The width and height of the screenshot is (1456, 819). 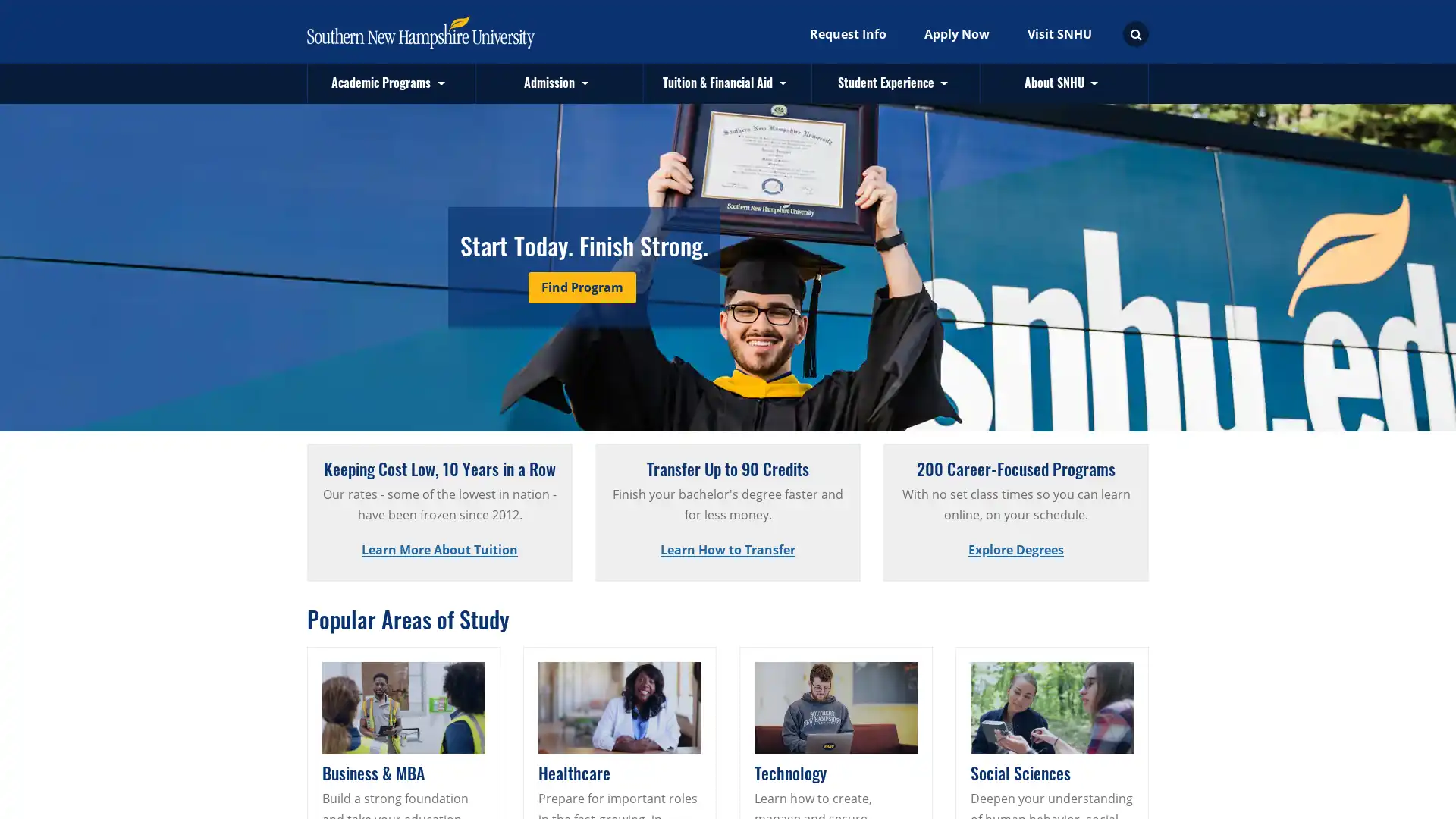 I want to click on Learn How to Transfer, so click(x=728, y=550).